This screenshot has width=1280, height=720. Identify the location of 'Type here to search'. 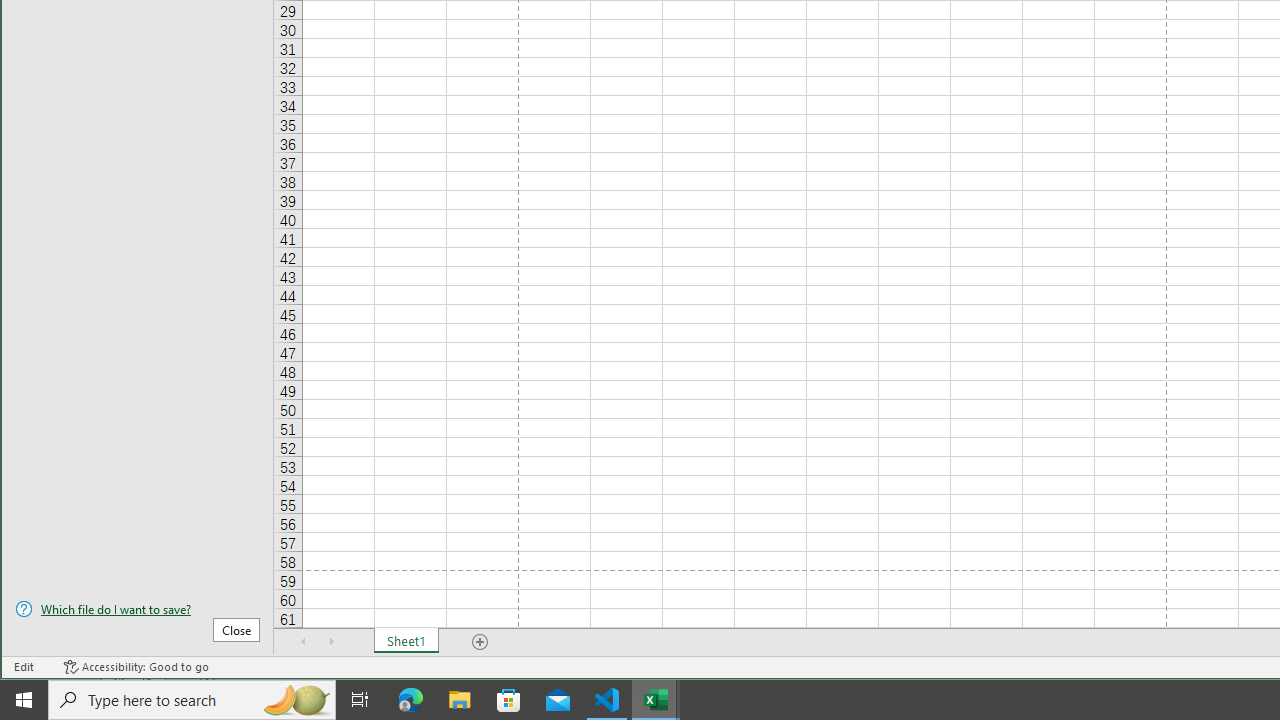
(192, 698).